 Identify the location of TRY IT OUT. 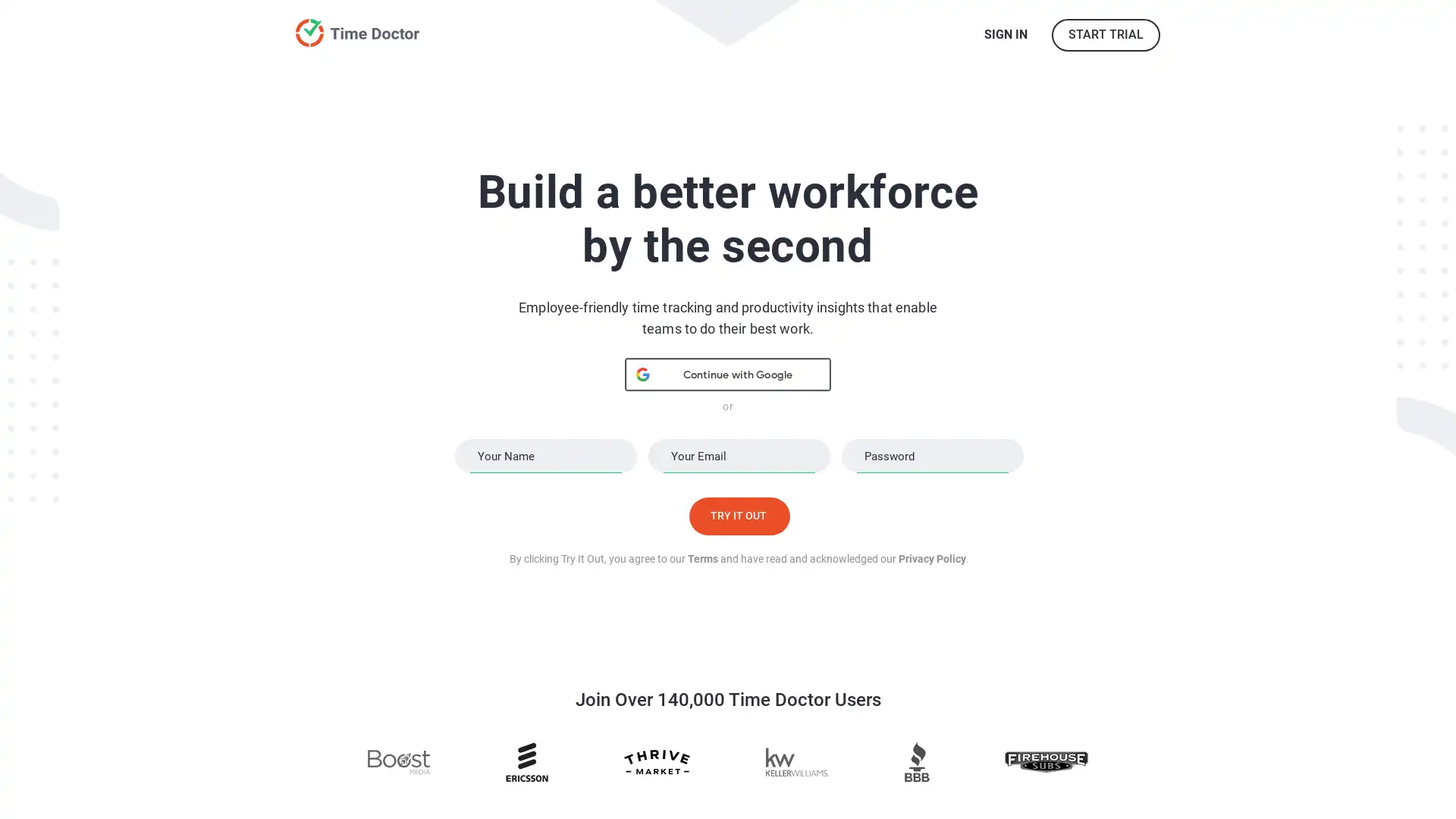
(739, 514).